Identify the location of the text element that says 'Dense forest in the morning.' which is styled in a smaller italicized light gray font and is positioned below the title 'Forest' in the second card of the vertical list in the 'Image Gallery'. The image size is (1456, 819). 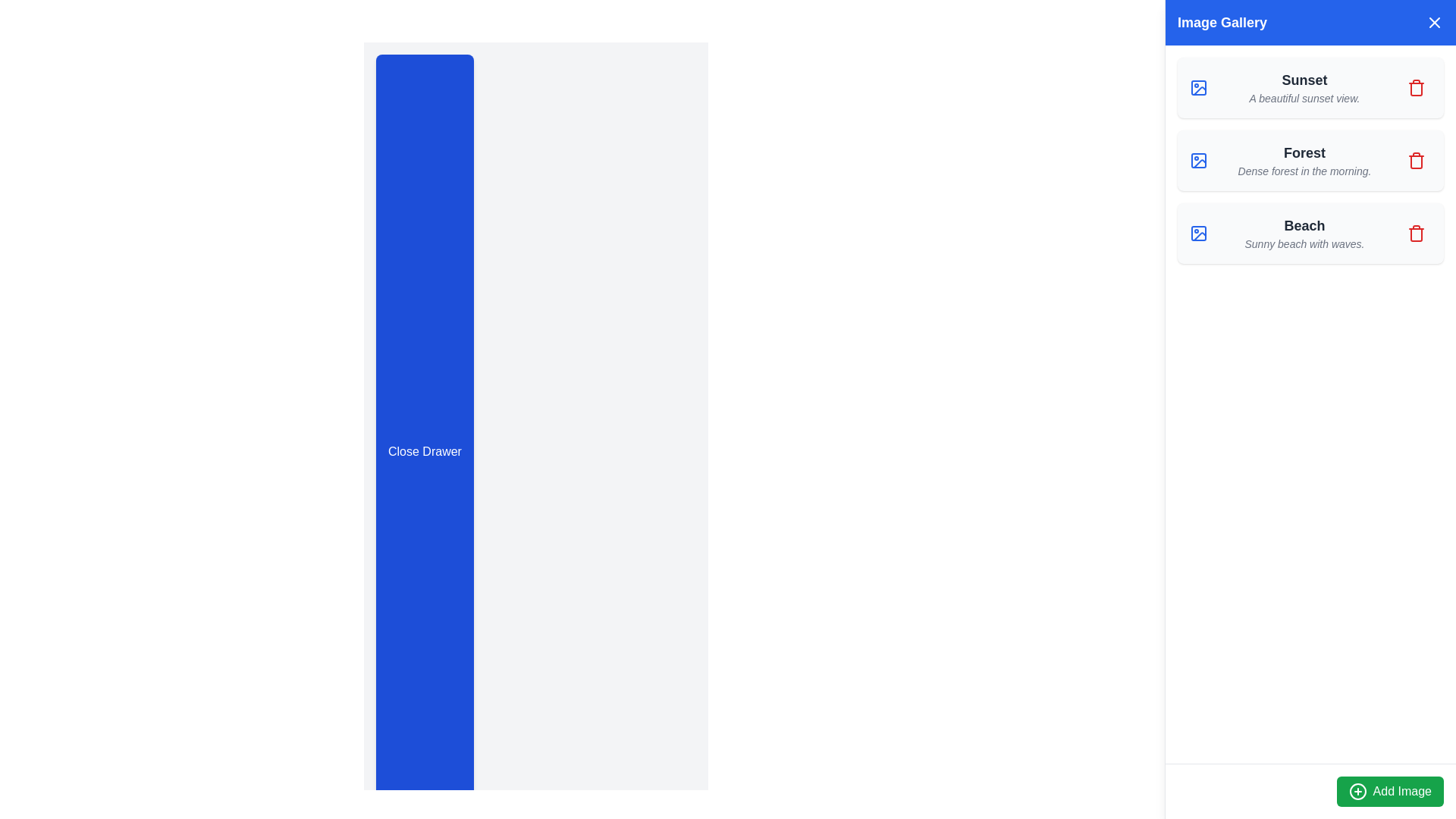
(1304, 171).